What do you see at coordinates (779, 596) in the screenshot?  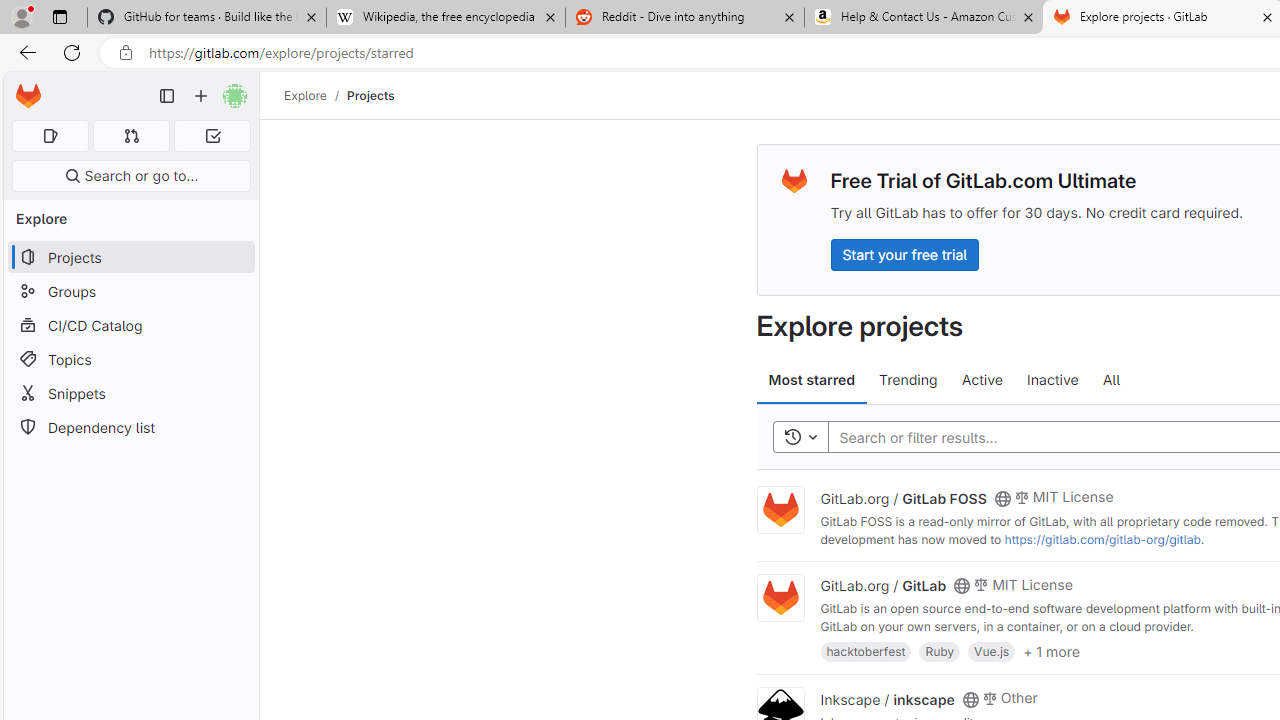 I see `'Class: project'` at bounding box center [779, 596].